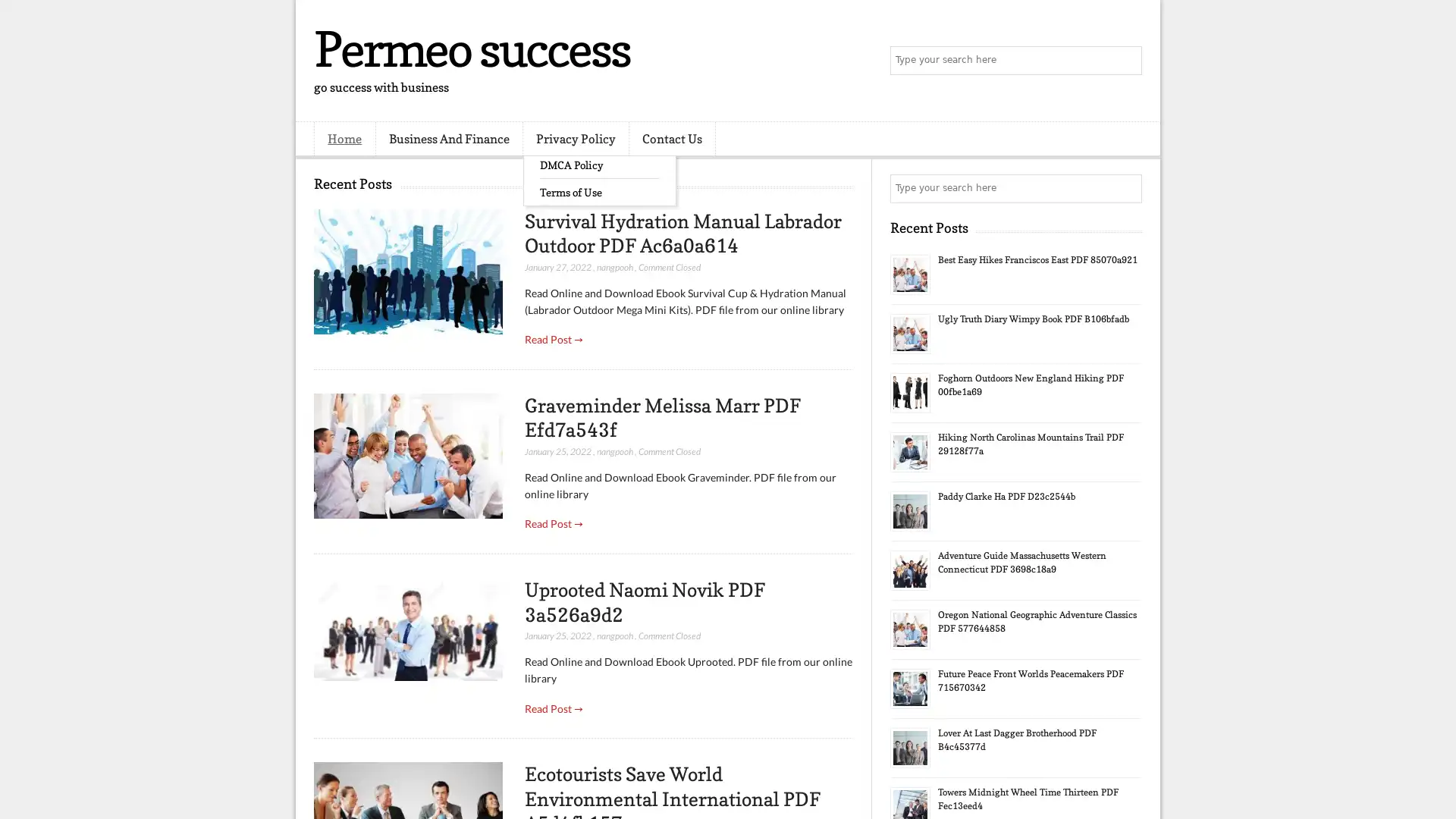  What do you see at coordinates (1126, 188) in the screenshot?
I see `Search` at bounding box center [1126, 188].